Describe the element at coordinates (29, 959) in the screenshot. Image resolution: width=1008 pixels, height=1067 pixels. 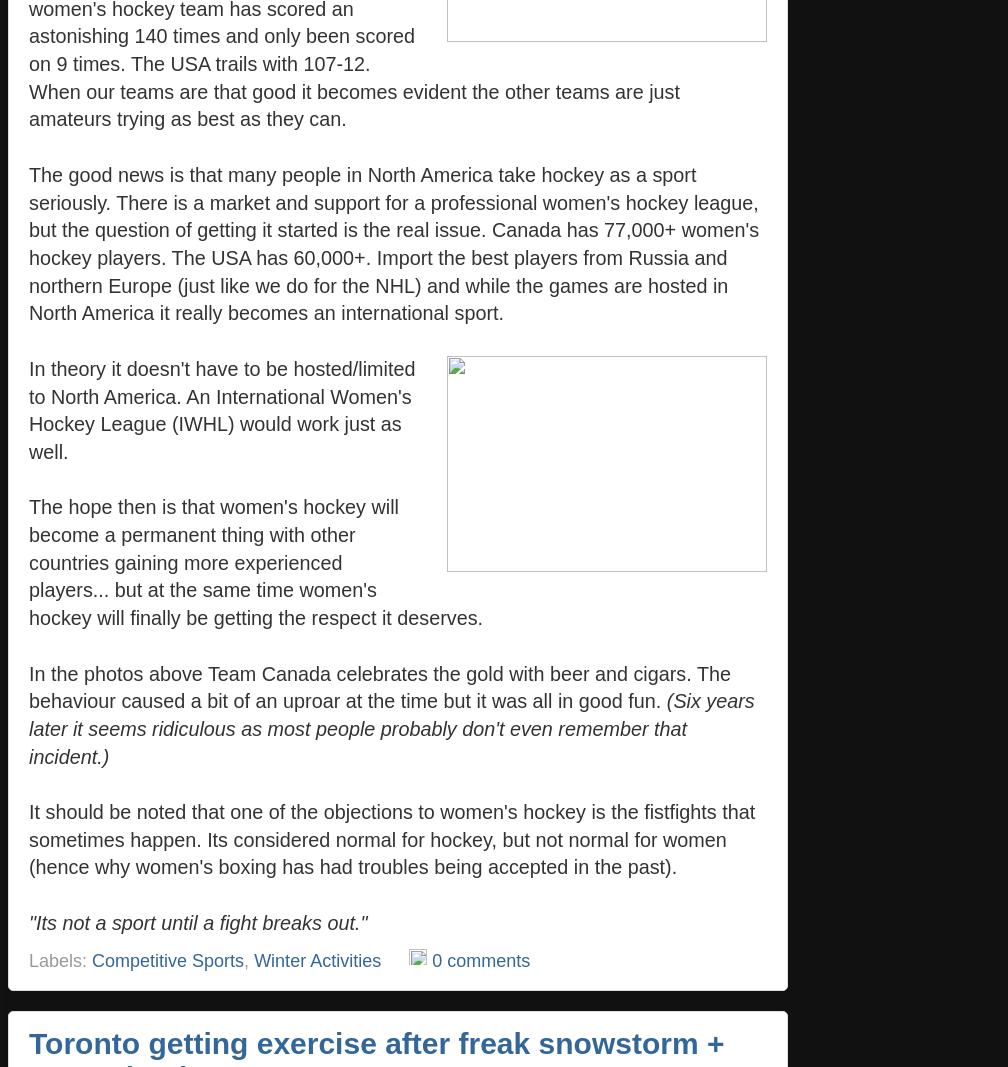
I see `'Labels:'` at that location.